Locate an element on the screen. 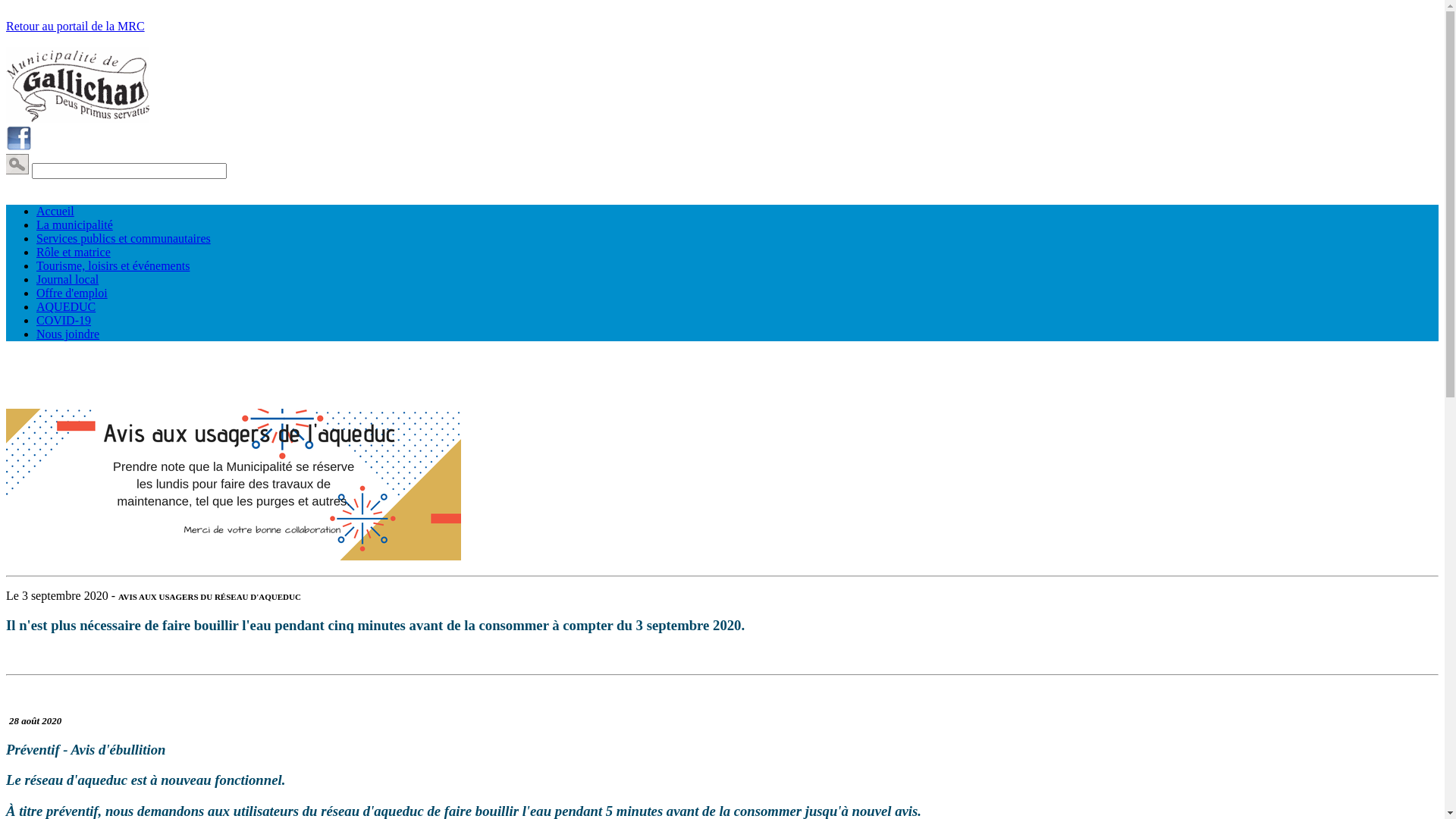 This screenshot has height=819, width=1456. 'AQUEDUC' is located at coordinates (36, 306).